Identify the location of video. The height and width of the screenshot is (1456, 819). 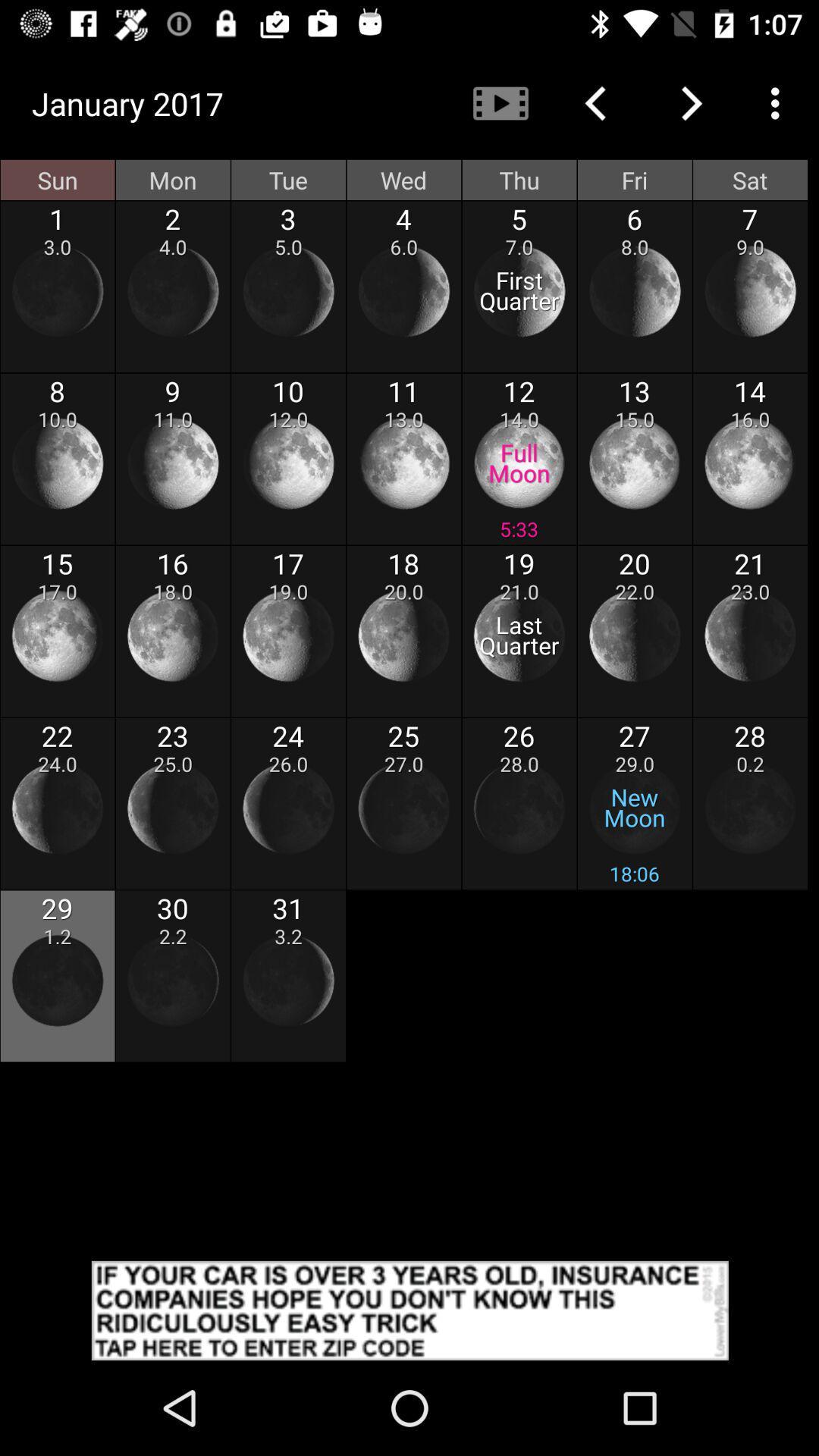
(500, 102).